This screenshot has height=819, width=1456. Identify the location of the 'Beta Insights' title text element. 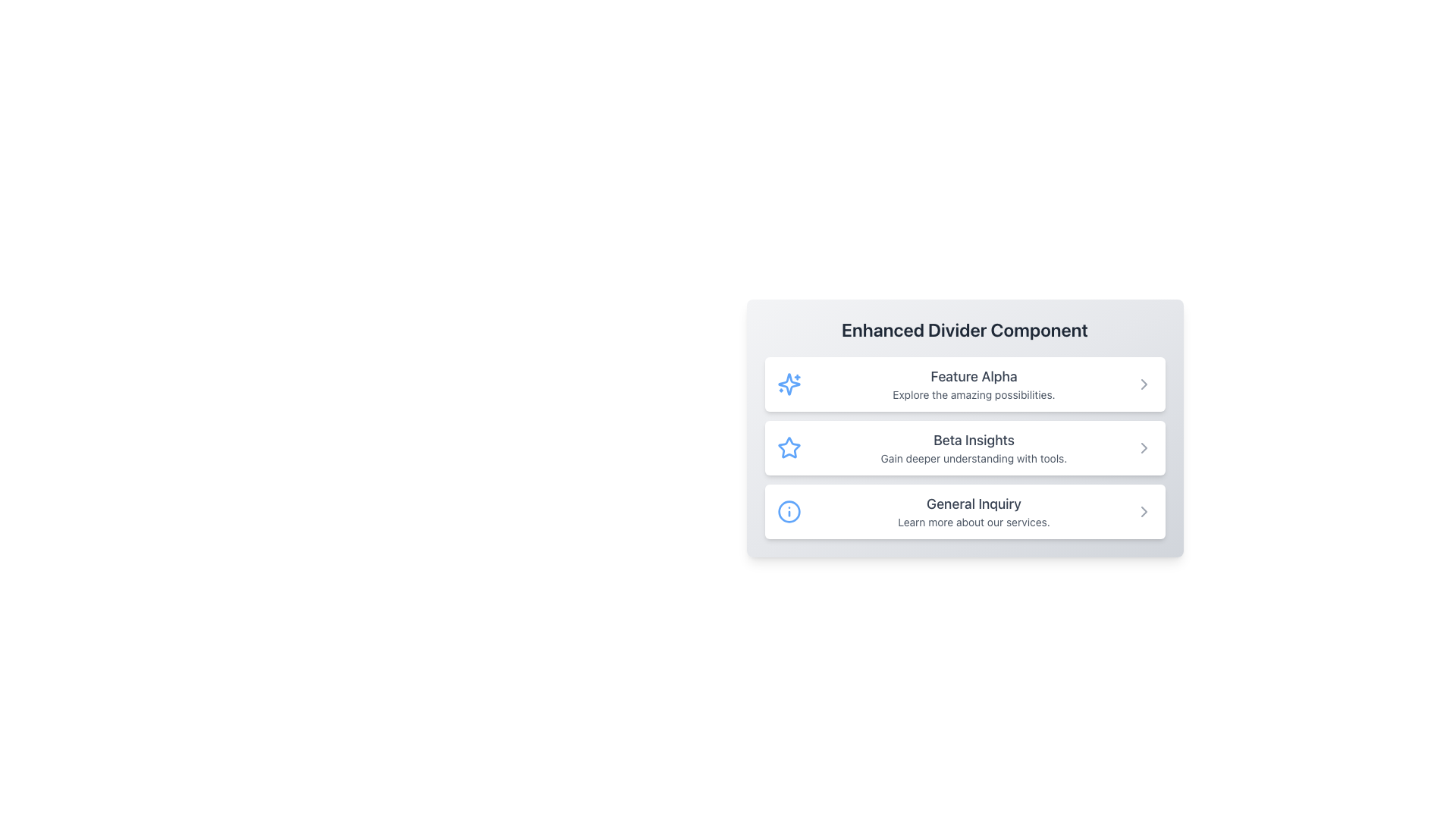
(974, 441).